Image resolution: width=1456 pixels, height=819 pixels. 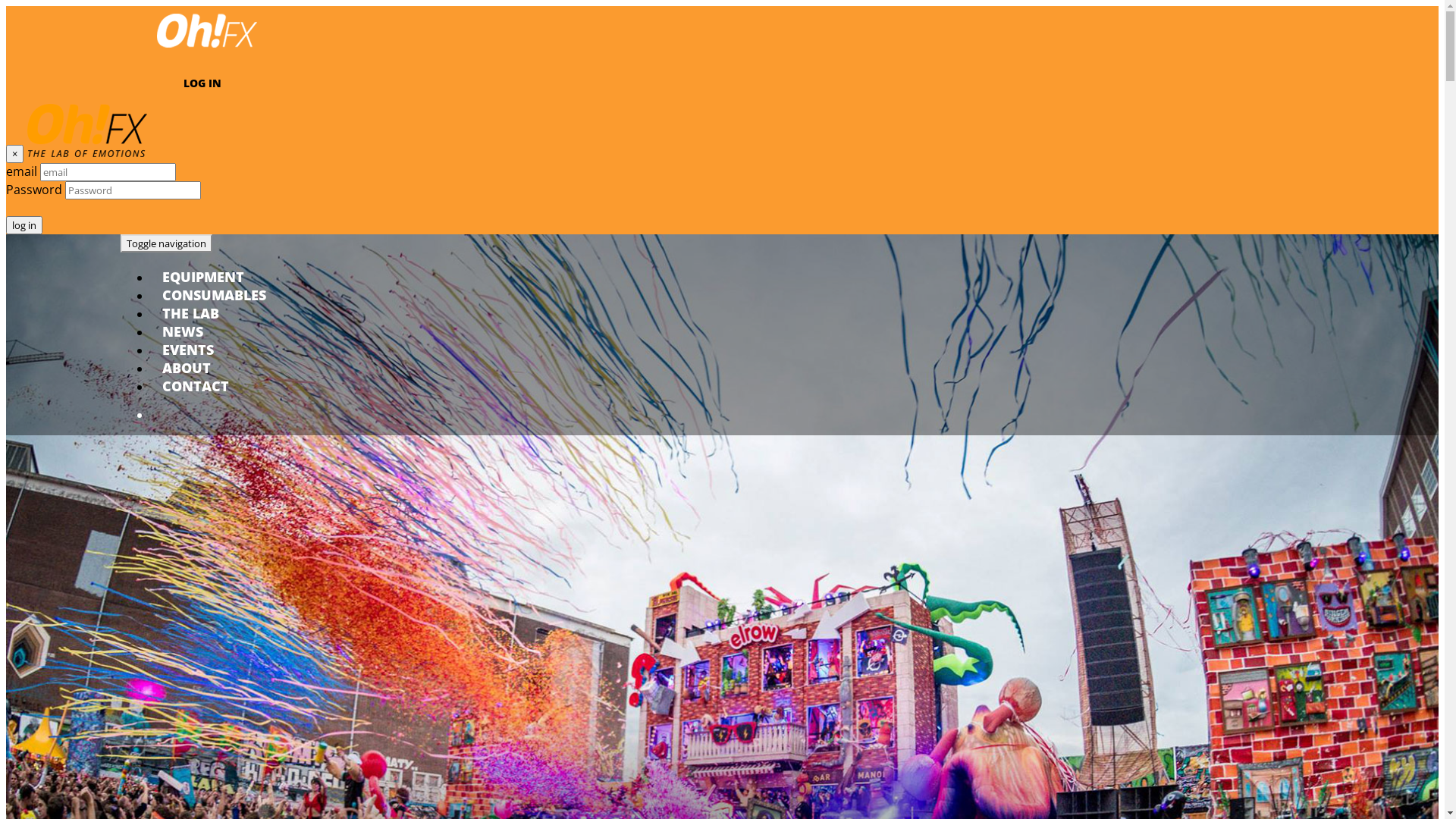 I want to click on 'log in', so click(x=24, y=225).